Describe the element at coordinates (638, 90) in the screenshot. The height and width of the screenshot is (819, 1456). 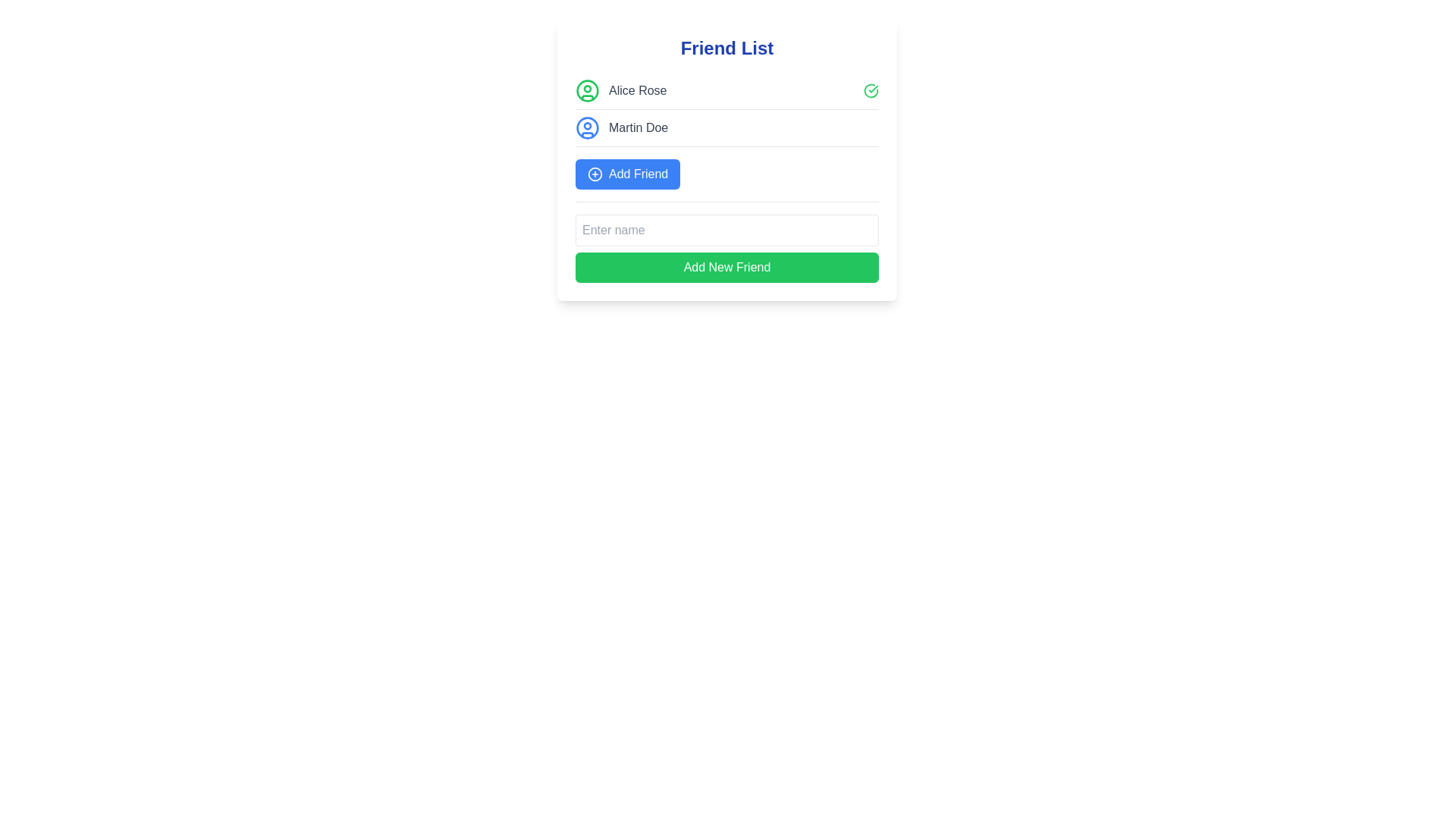
I see `the text label displaying 'Alice Rose' in gray color, which is positioned in the center-left of the friend list interface` at that location.